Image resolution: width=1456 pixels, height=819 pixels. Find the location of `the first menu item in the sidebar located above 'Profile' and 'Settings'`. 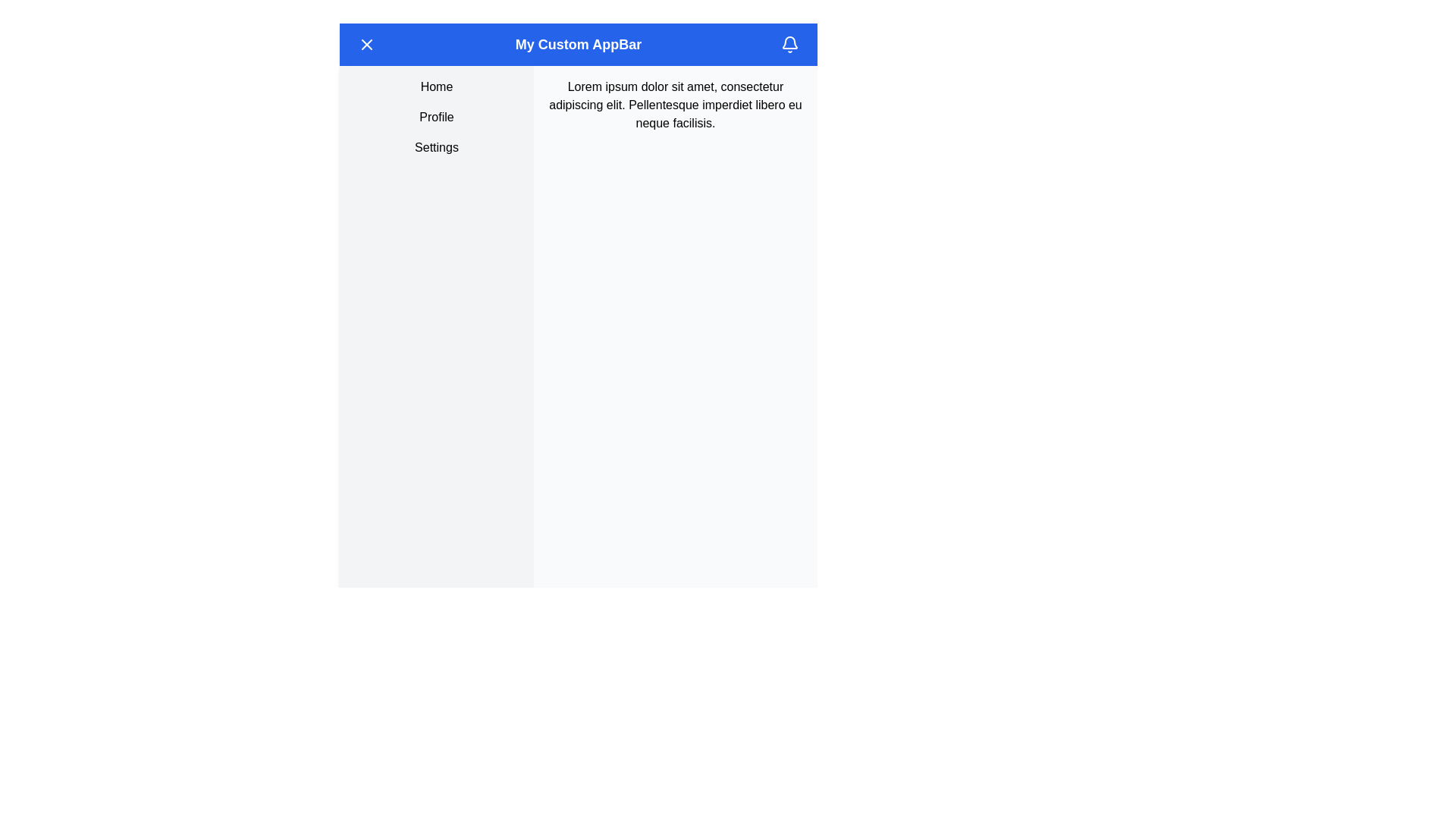

the first menu item in the sidebar located above 'Profile' and 'Settings' is located at coordinates (436, 87).